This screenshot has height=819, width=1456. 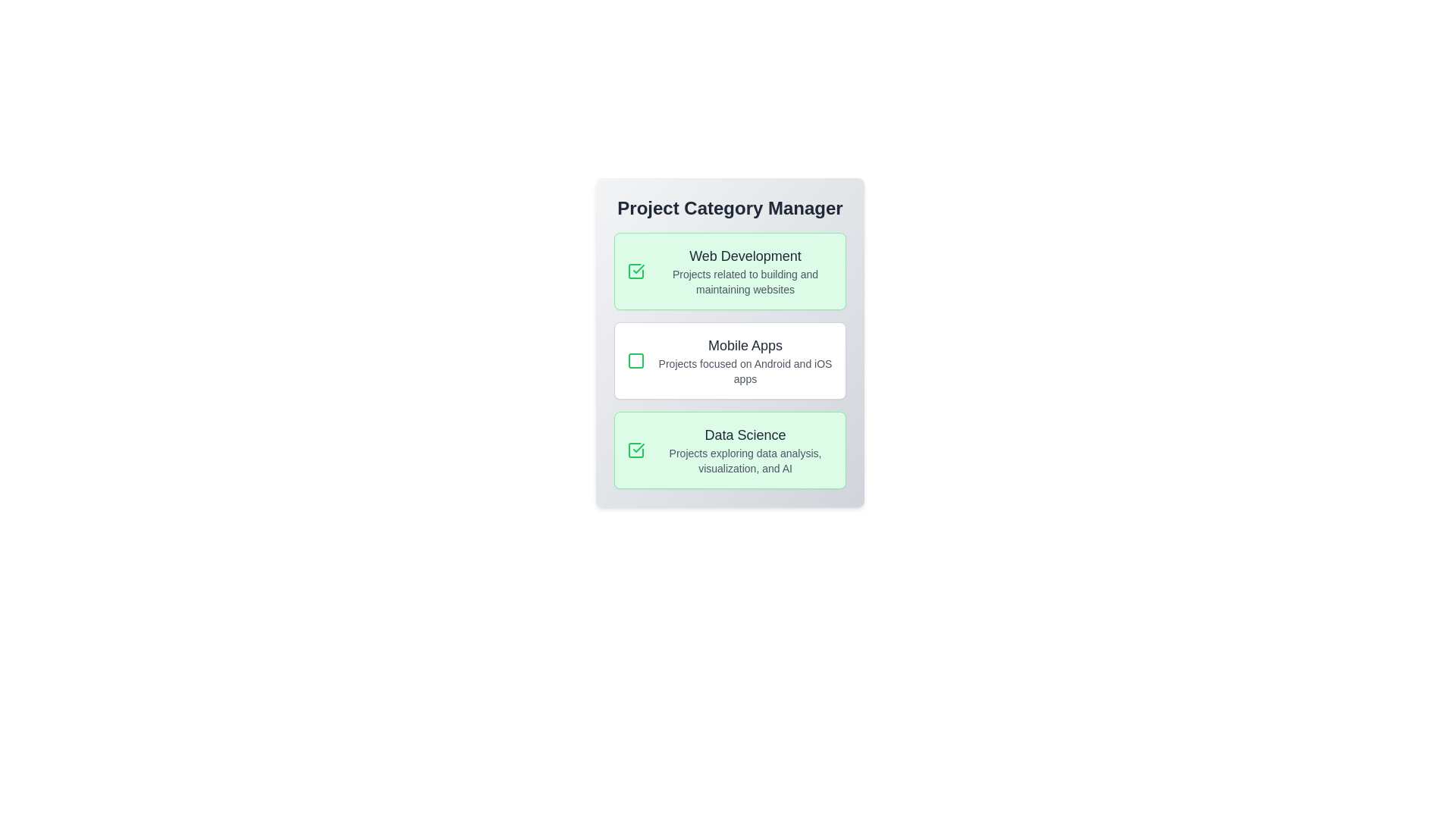 What do you see at coordinates (639, 447) in the screenshot?
I see `the checkmark icon element located in the bottom section of the 'Data Science' box, which is part of an SVG component with a light green background` at bounding box center [639, 447].